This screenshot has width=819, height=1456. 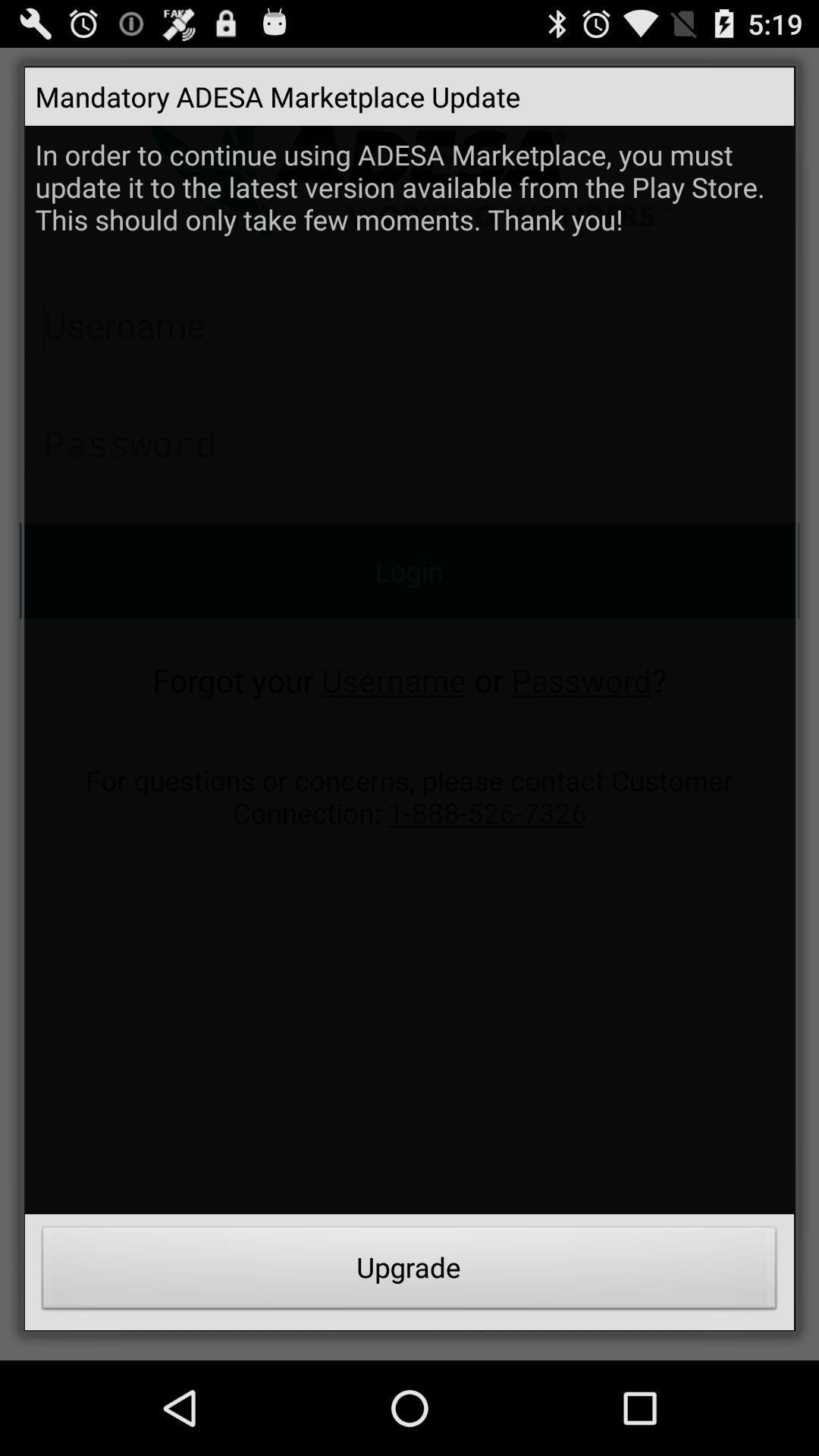 What do you see at coordinates (409, 1272) in the screenshot?
I see `upgrade at the bottom` at bounding box center [409, 1272].